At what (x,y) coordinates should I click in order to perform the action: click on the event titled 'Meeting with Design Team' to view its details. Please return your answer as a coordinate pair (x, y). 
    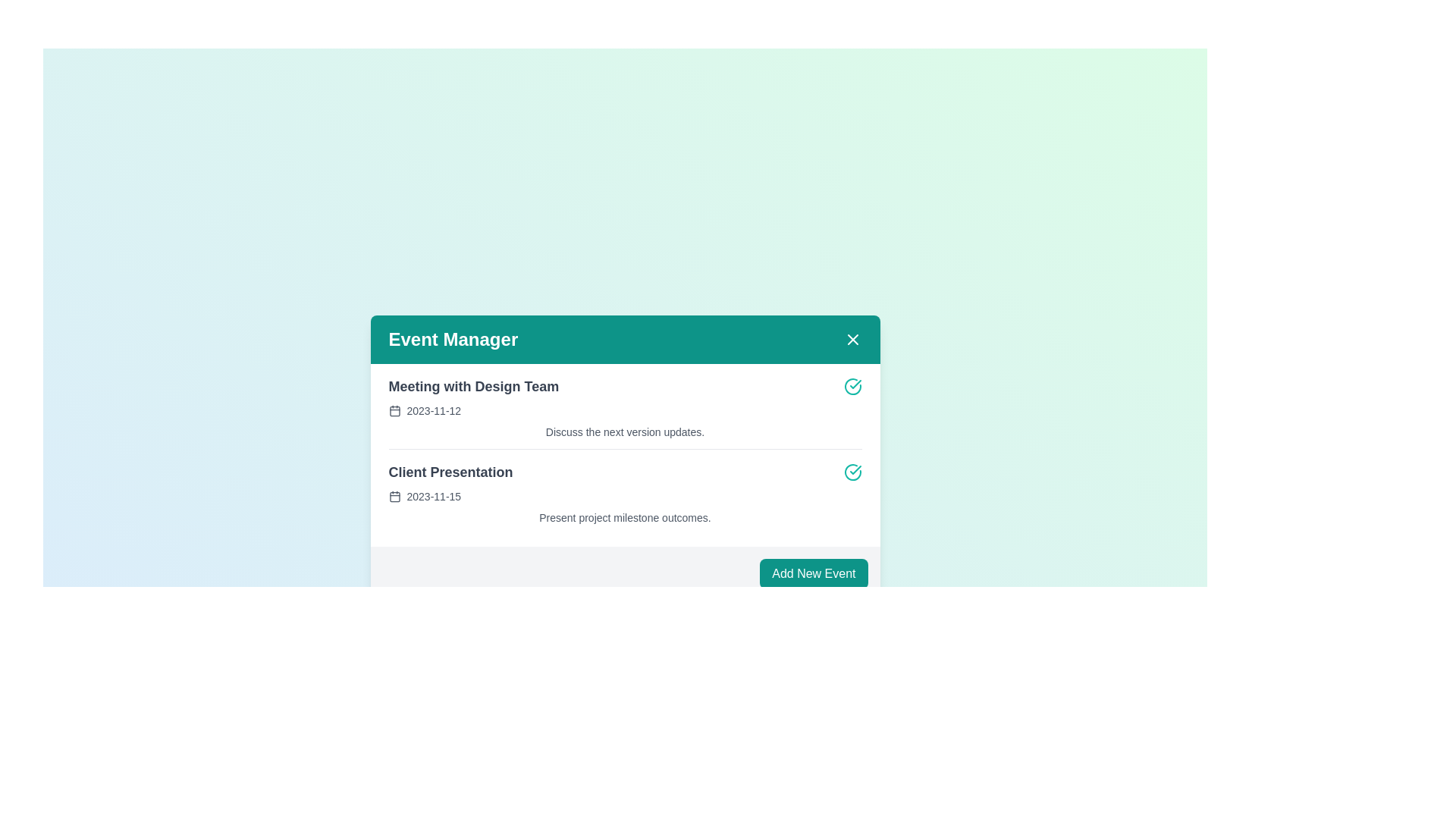
    Looking at the image, I should click on (472, 385).